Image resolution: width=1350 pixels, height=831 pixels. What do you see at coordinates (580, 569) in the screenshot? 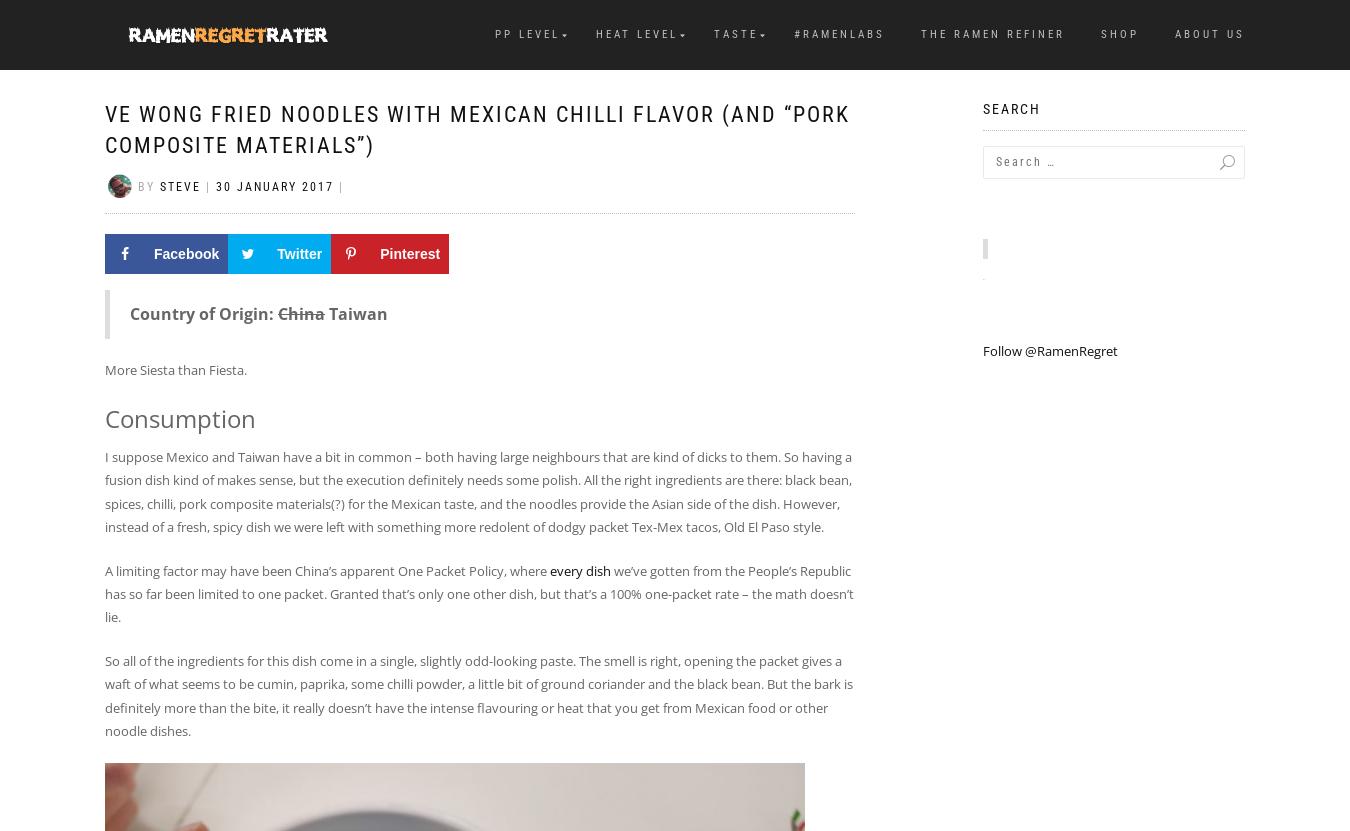
I see `'every dish'` at bounding box center [580, 569].